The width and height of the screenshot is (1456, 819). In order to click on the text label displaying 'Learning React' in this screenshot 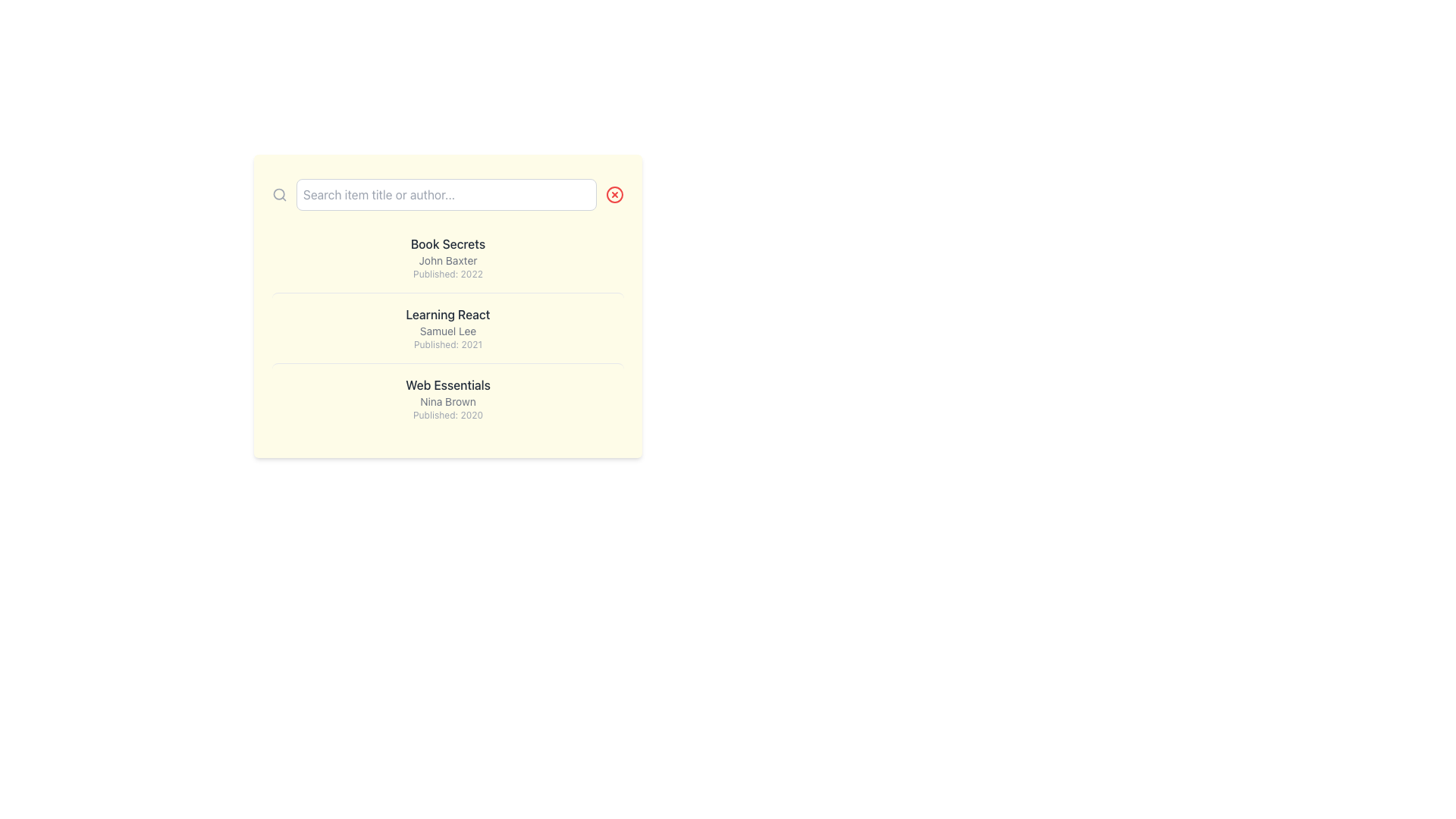, I will do `click(447, 314)`.